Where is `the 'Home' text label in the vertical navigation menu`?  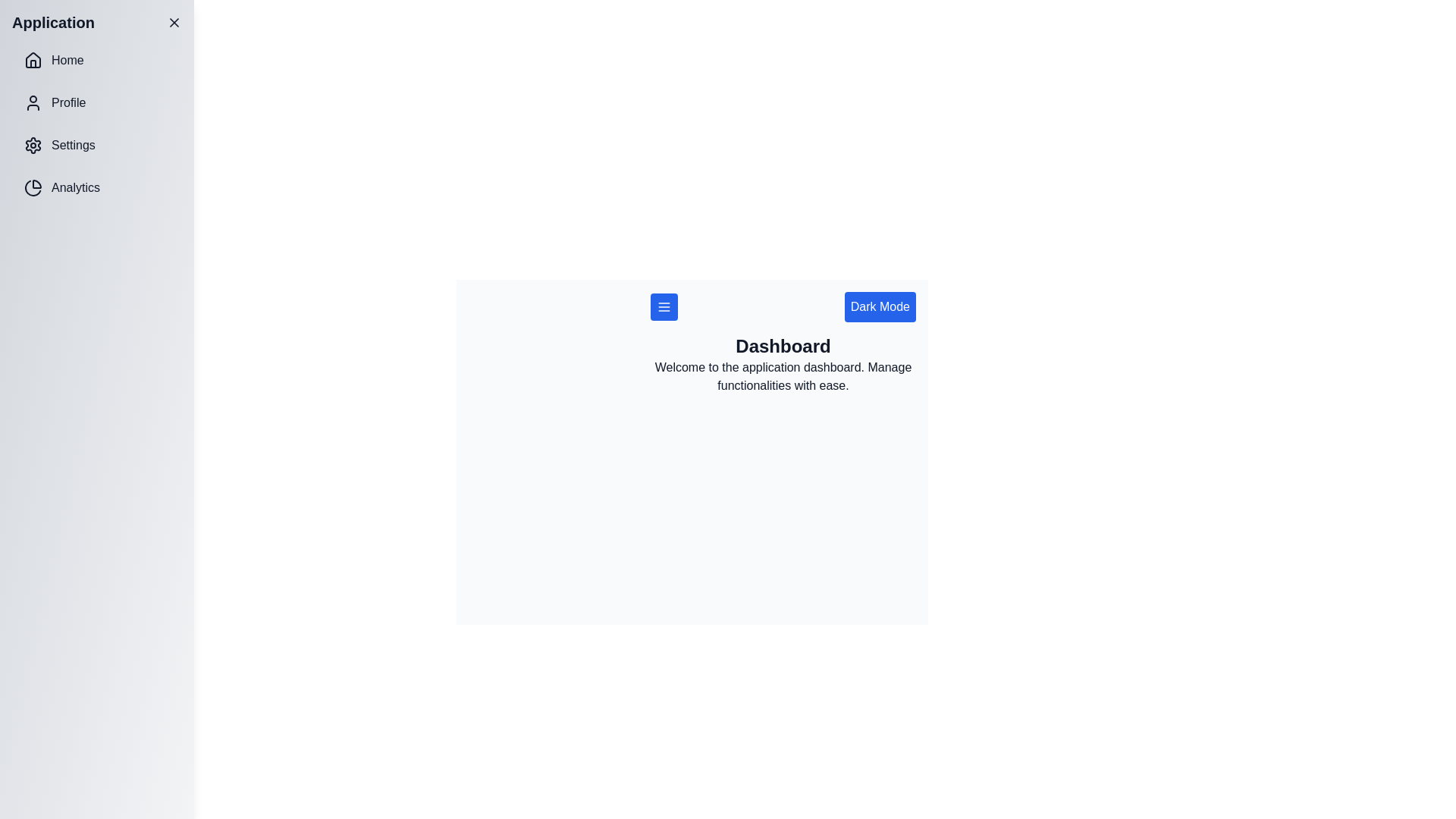
the 'Home' text label in the vertical navigation menu is located at coordinates (67, 60).